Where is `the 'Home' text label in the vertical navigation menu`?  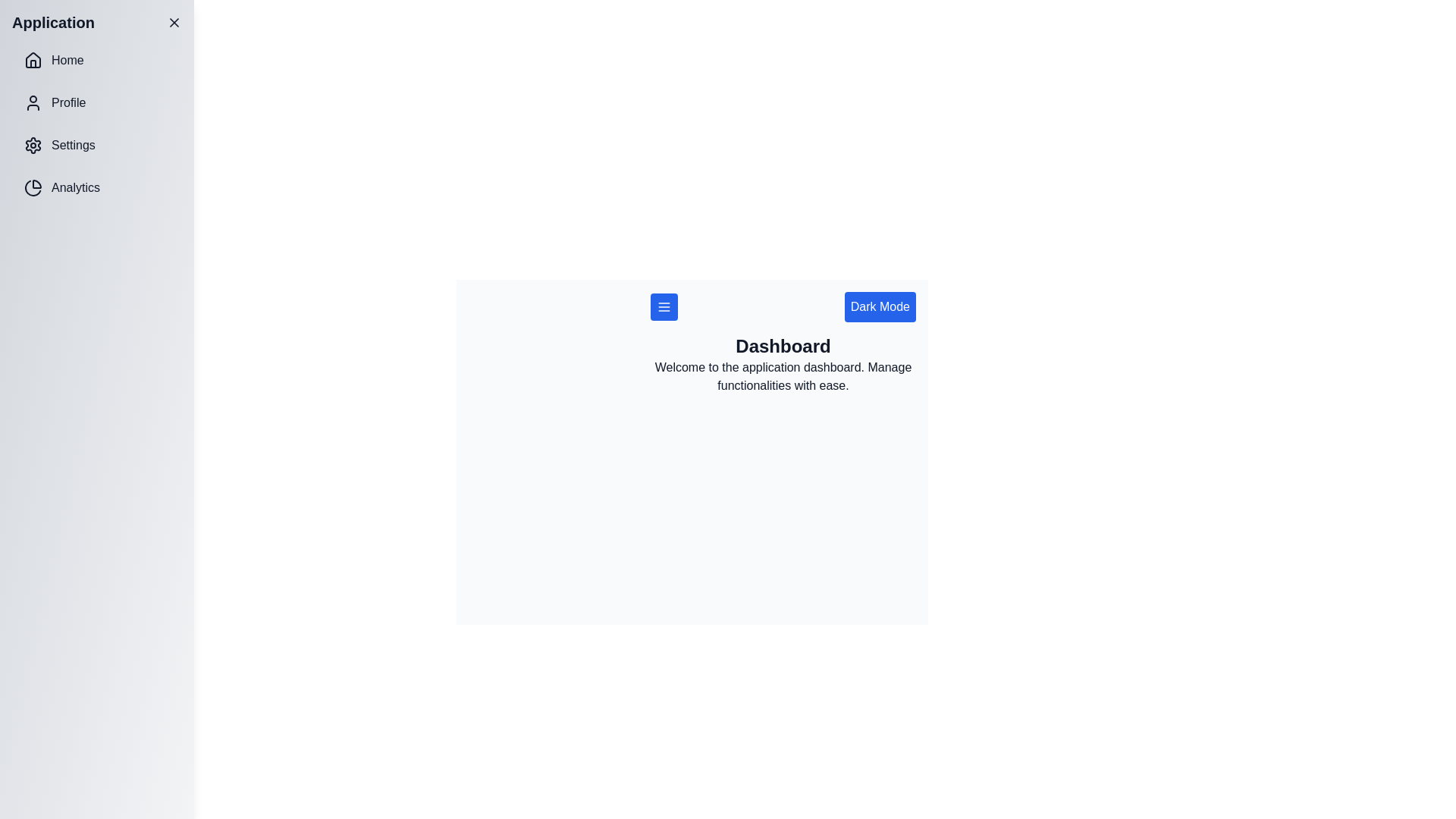
the 'Home' text label in the vertical navigation menu is located at coordinates (67, 60).